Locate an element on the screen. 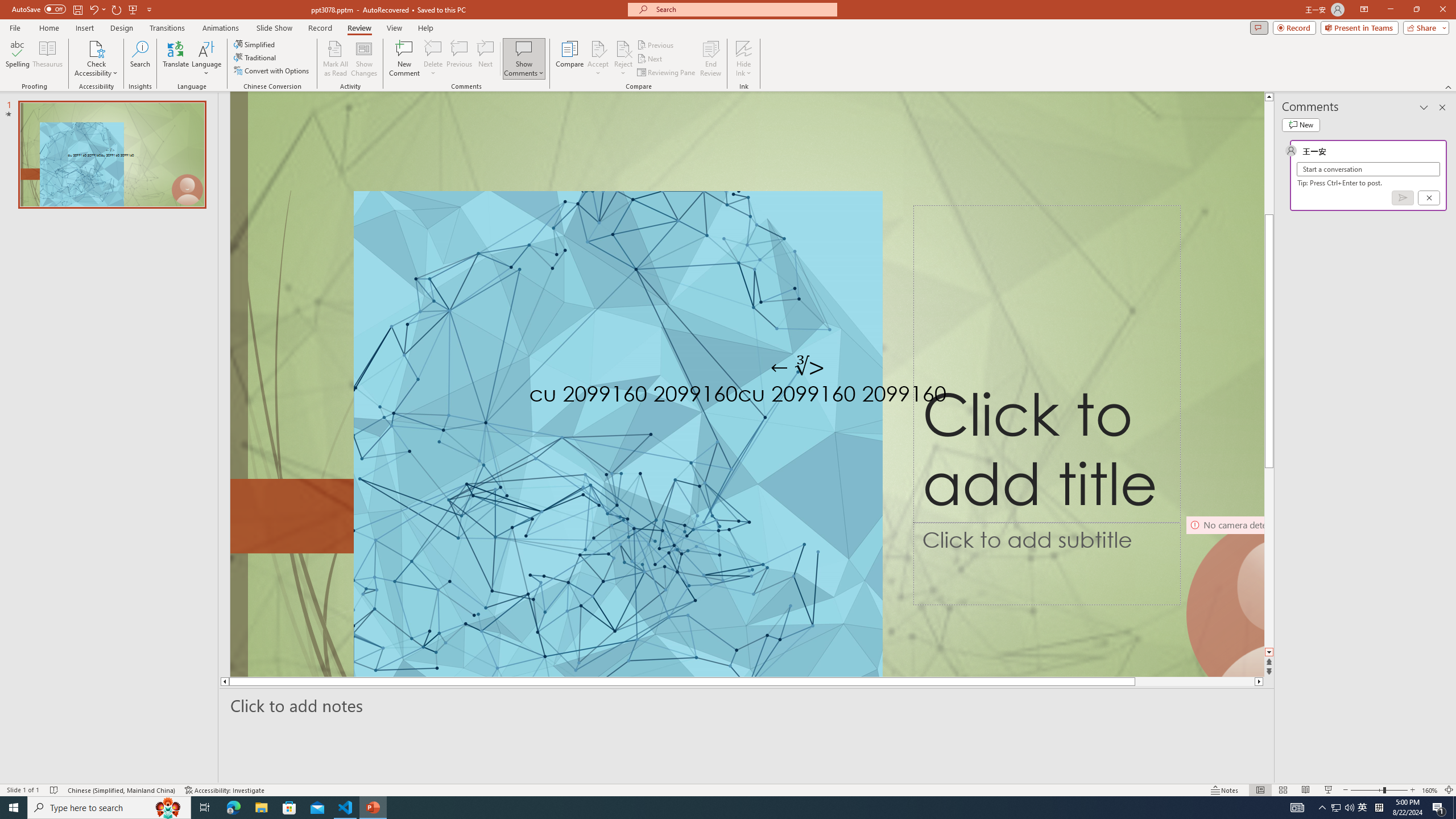  'New Comment' is located at coordinates (403, 59).